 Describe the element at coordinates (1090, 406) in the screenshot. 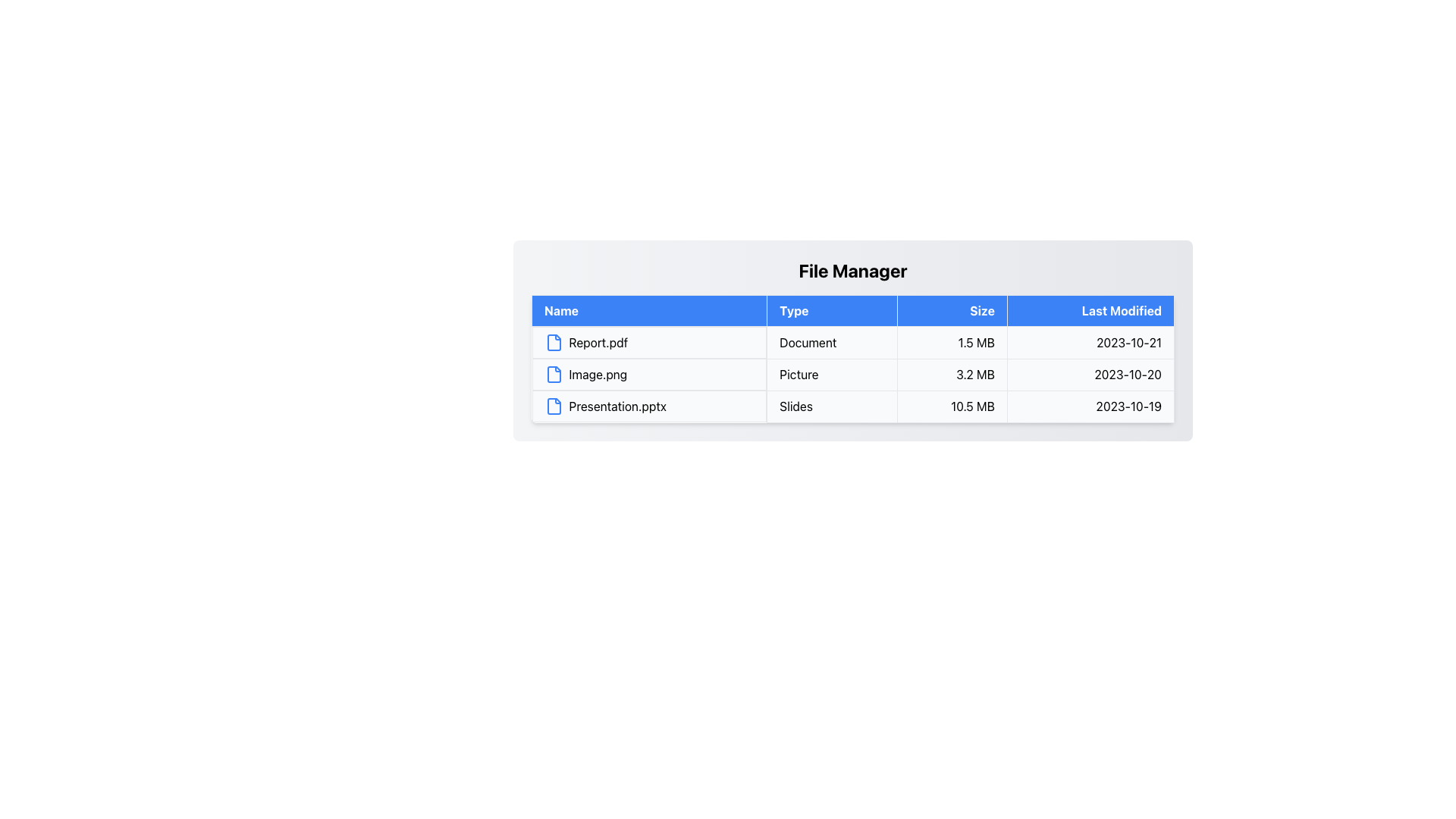

I see `the 'Last Modified' date text element displaying '2023-10-19' located in the fourth column of the third row of the table in the file manager interface` at that location.